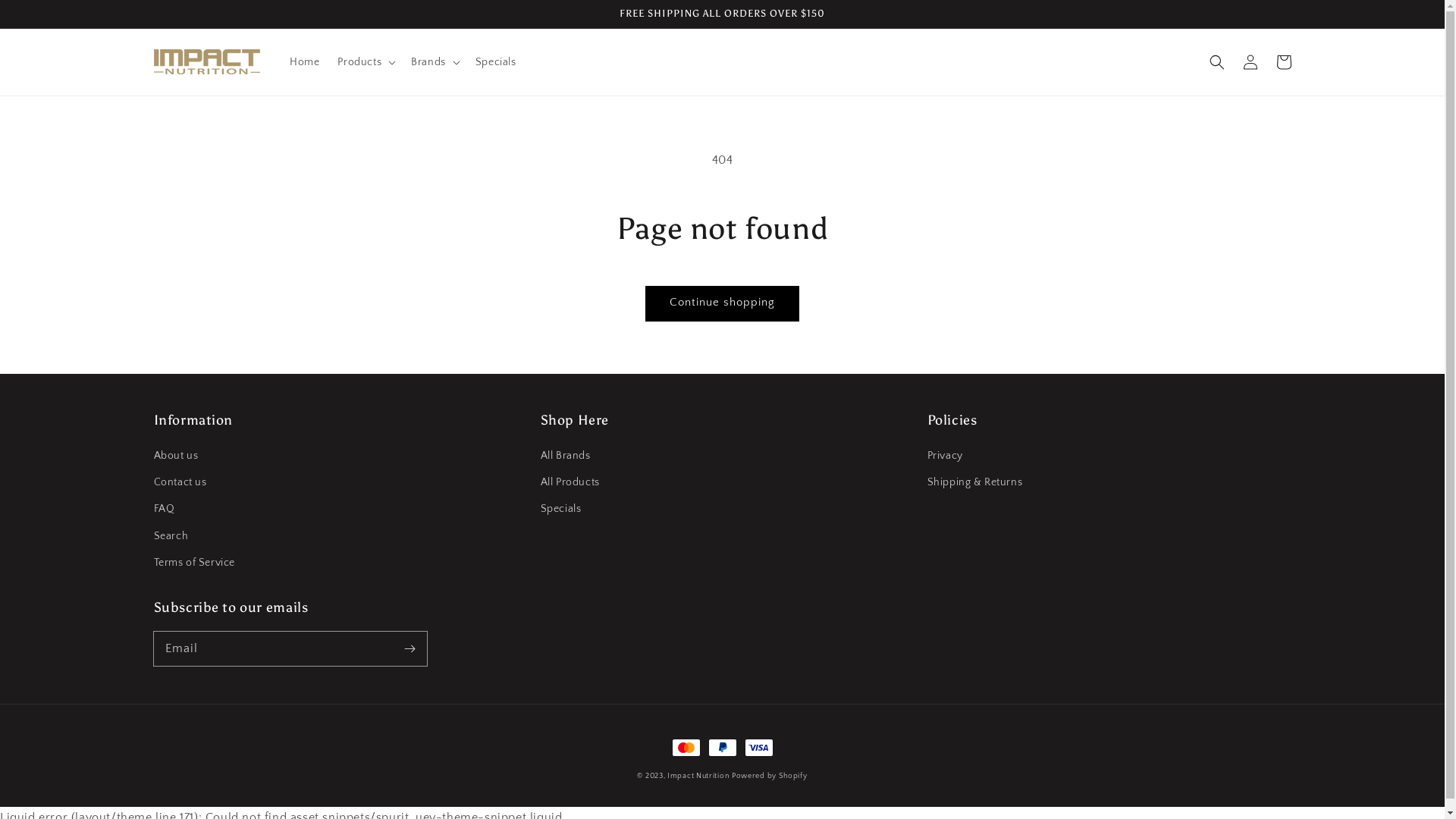 The width and height of the screenshot is (1456, 819). I want to click on 'FAQ', so click(164, 509).